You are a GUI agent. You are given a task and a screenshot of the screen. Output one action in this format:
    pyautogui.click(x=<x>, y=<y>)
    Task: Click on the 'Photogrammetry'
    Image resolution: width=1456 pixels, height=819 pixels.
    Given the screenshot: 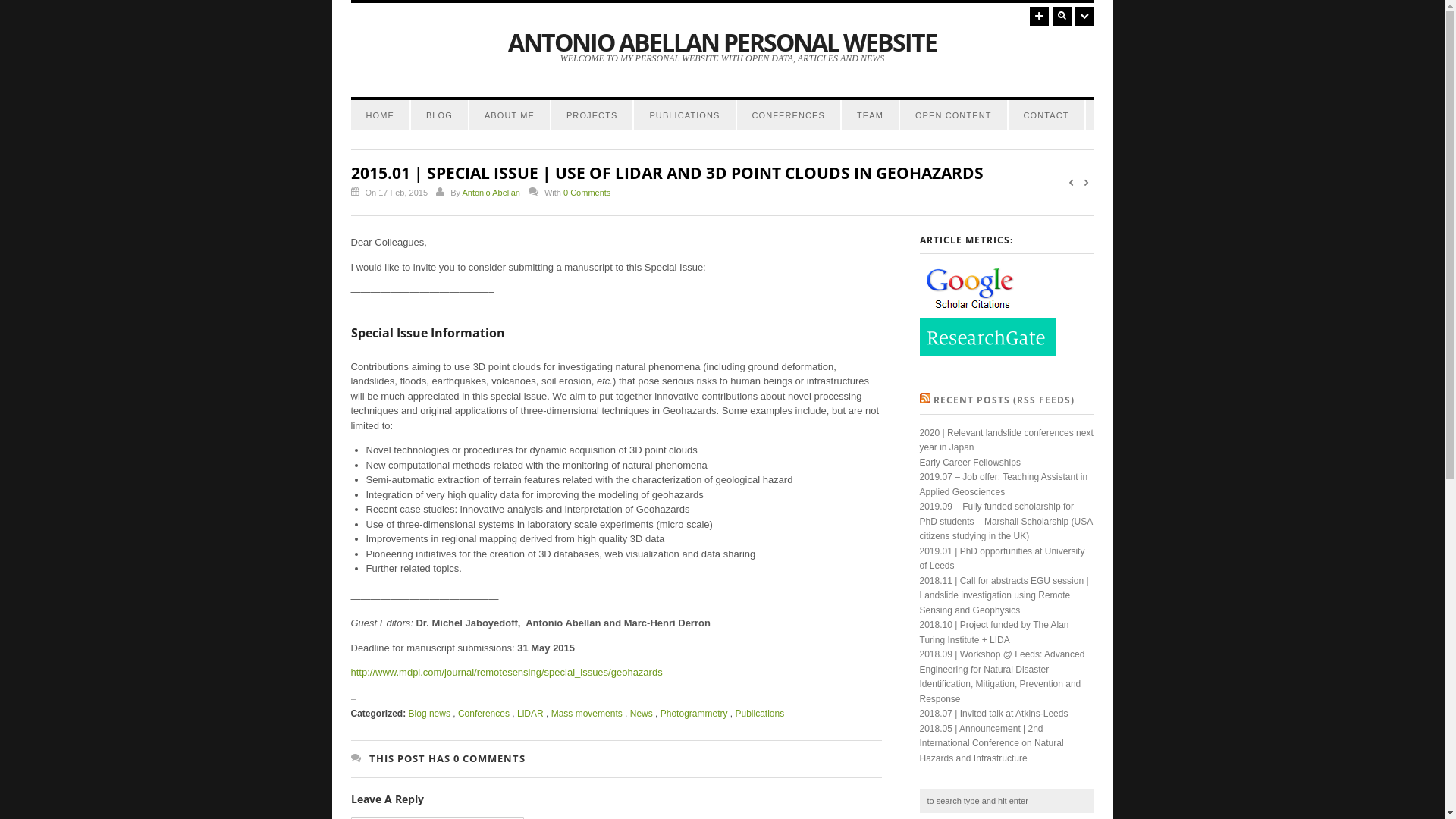 What is the action you would take?
    pyautogui.click(x=660, y=714)
    